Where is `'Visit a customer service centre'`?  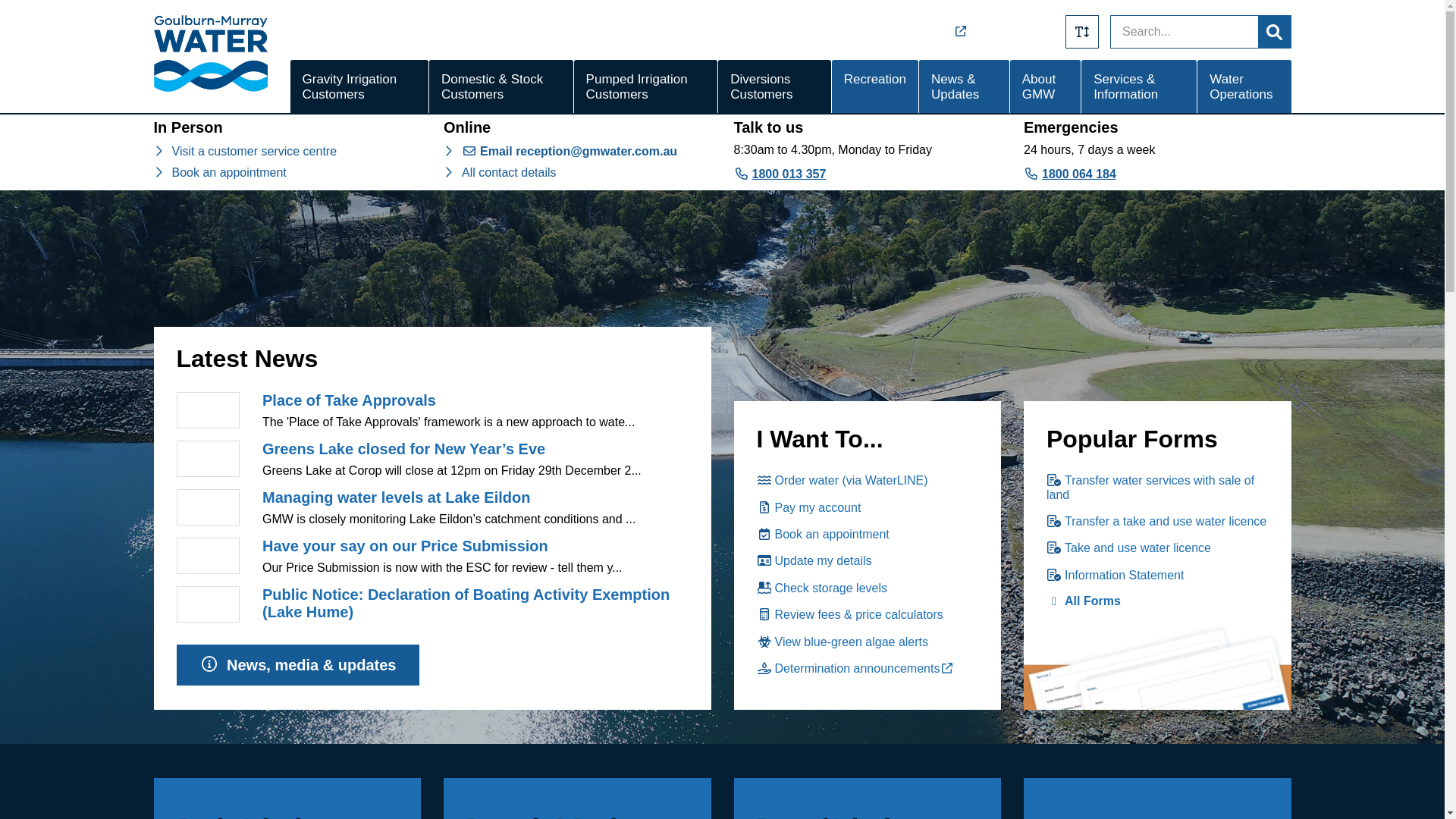 'Visit a customer service centre' is located at coordinates (254, 151).